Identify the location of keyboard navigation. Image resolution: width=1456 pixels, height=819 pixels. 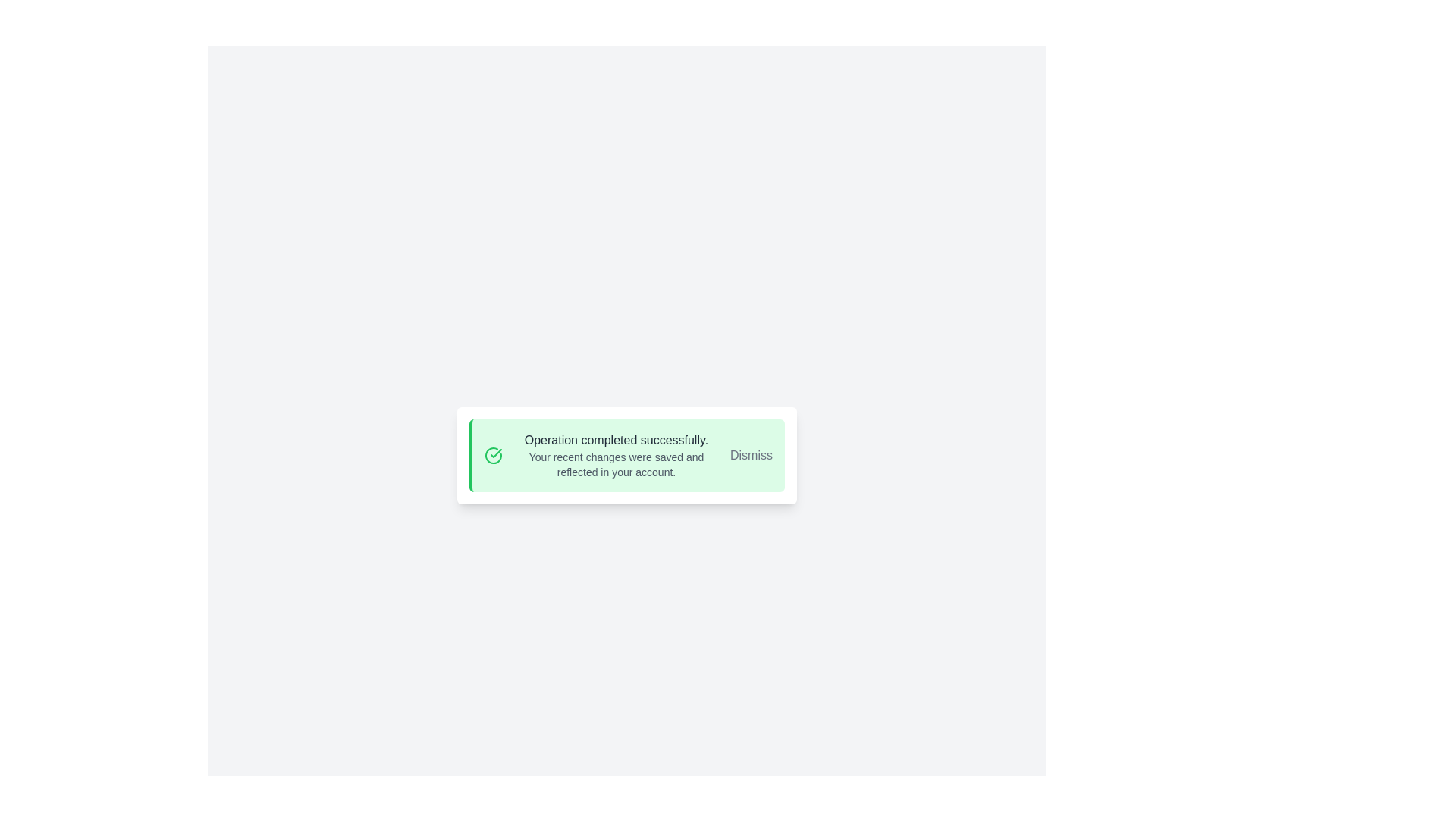
(751, 455).